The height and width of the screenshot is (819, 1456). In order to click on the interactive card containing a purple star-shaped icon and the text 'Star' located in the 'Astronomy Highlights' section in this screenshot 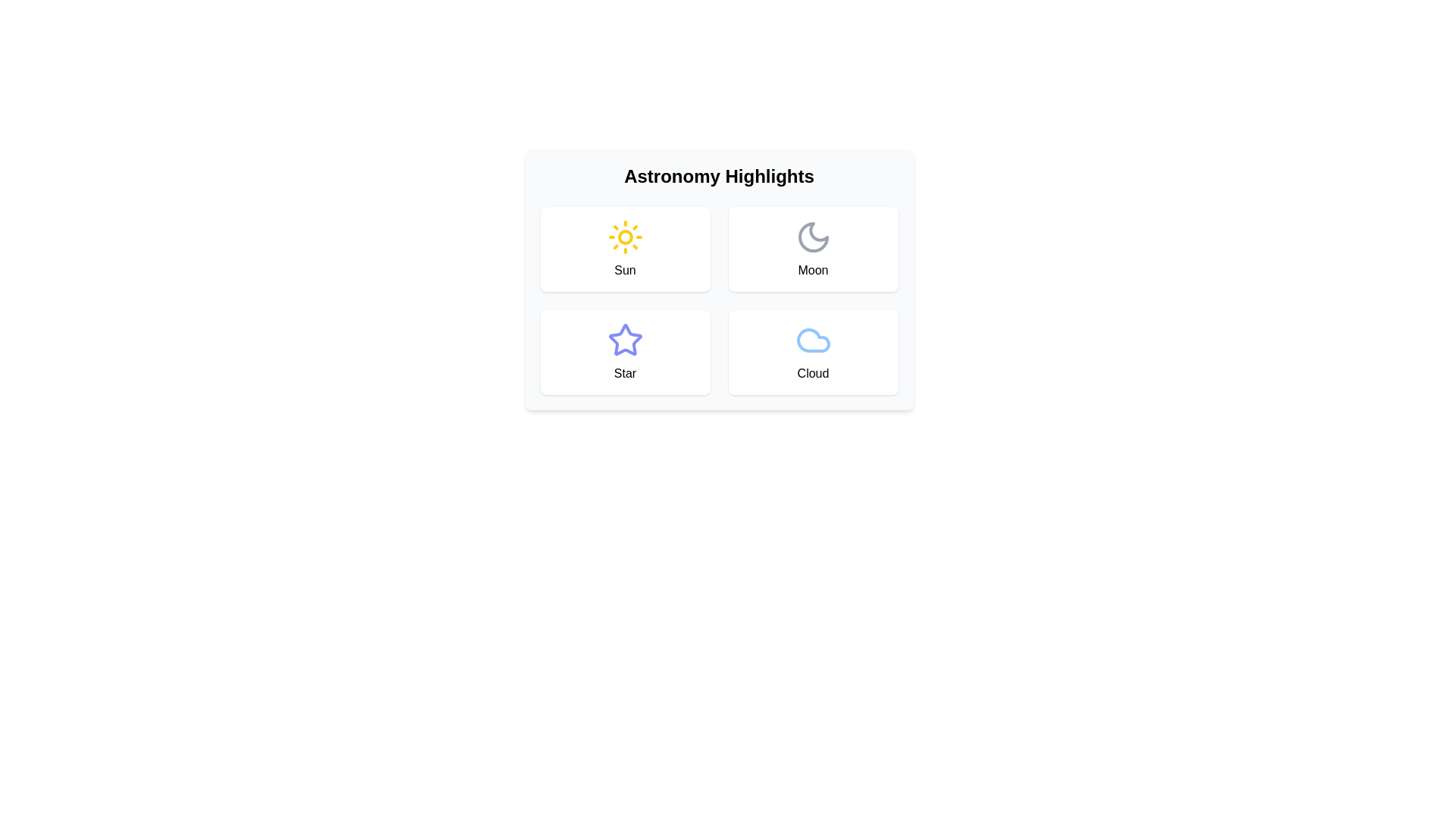, I will do `click(625, 353)`.